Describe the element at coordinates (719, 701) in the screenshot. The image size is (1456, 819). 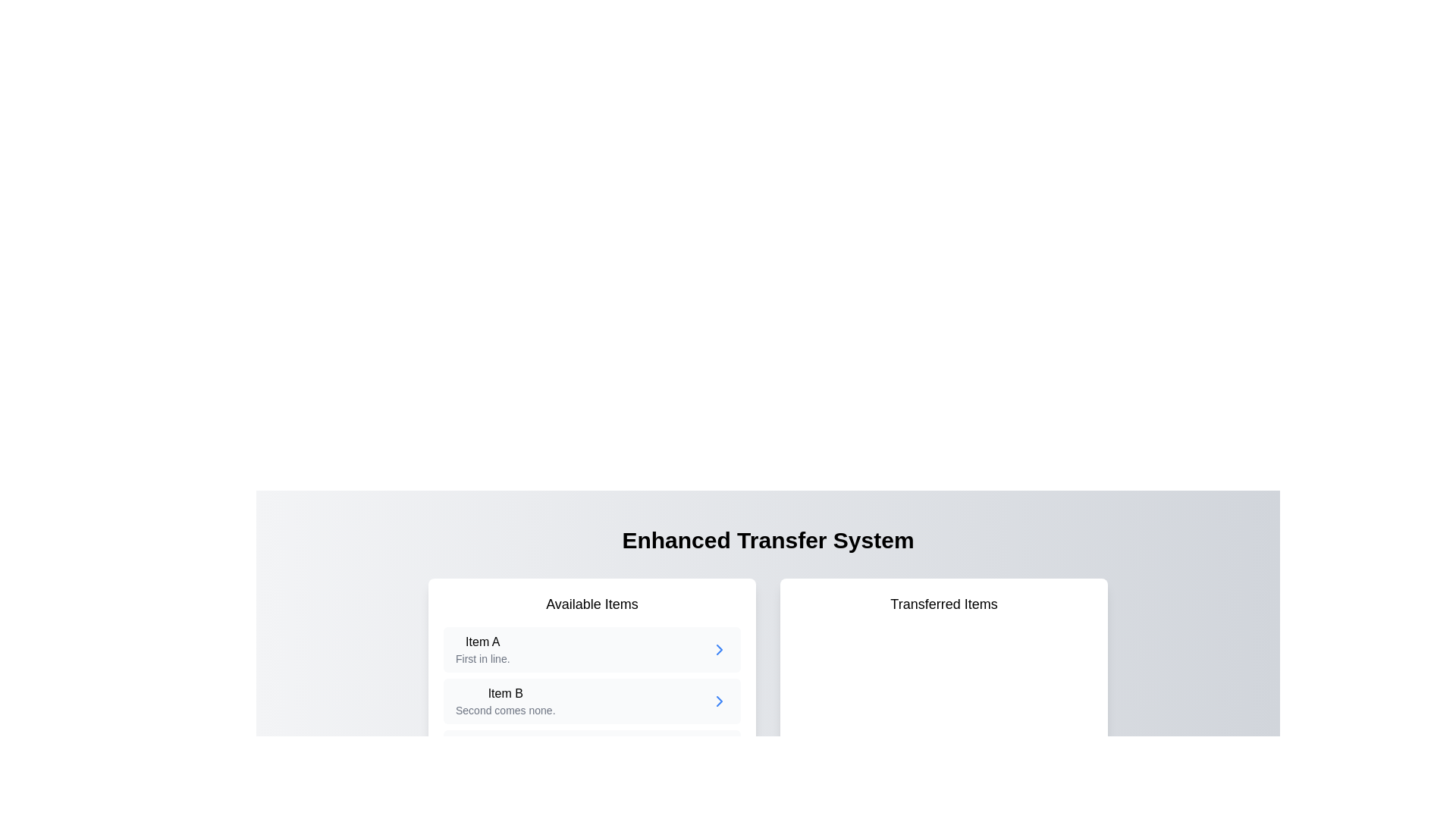
I see `the right-pointing arrow icon located next to 'Item B' in the 'Available Items' section` at that location.